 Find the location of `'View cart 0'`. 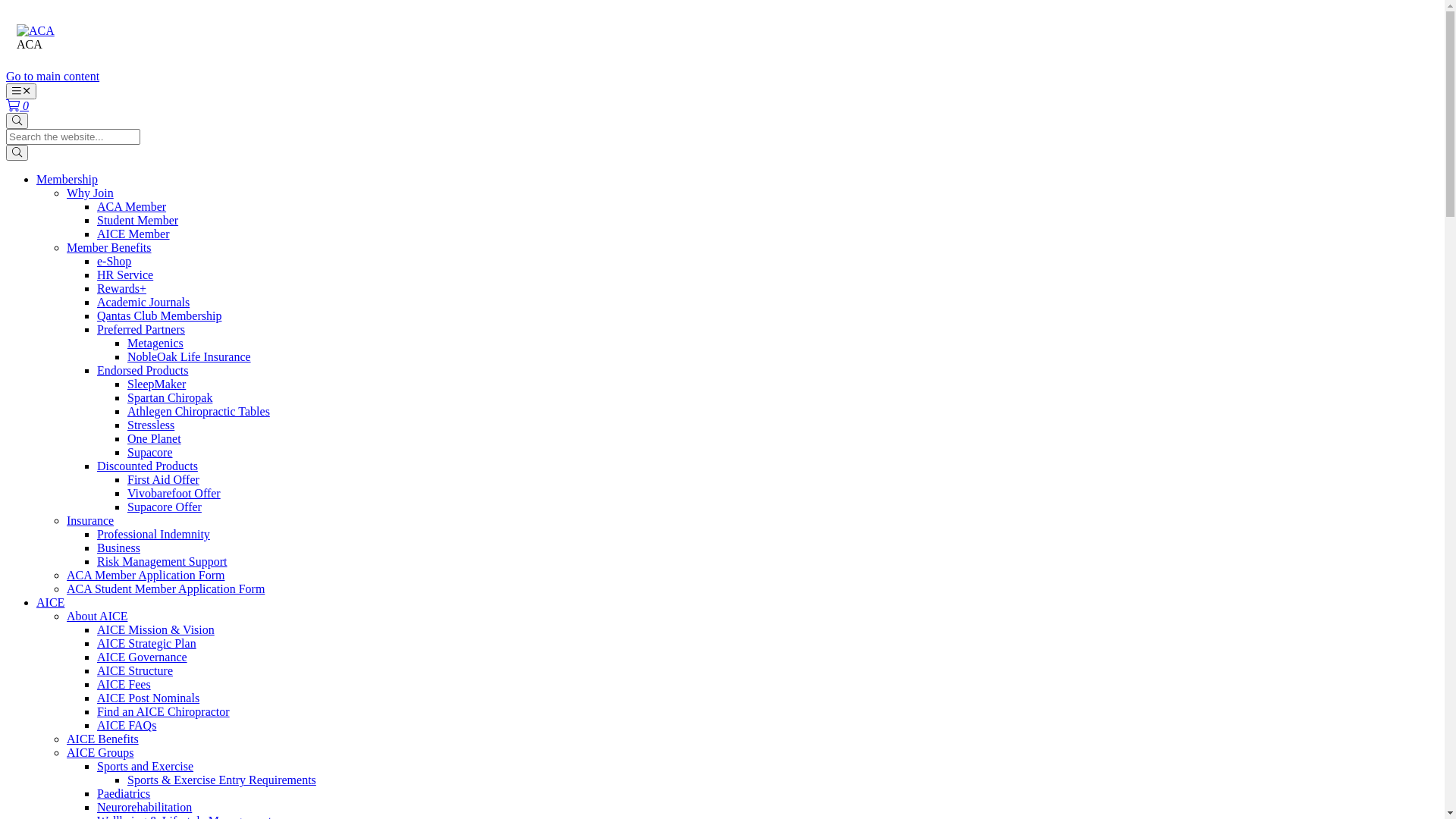

'View cart 0' is located at coordinates (17, 105).